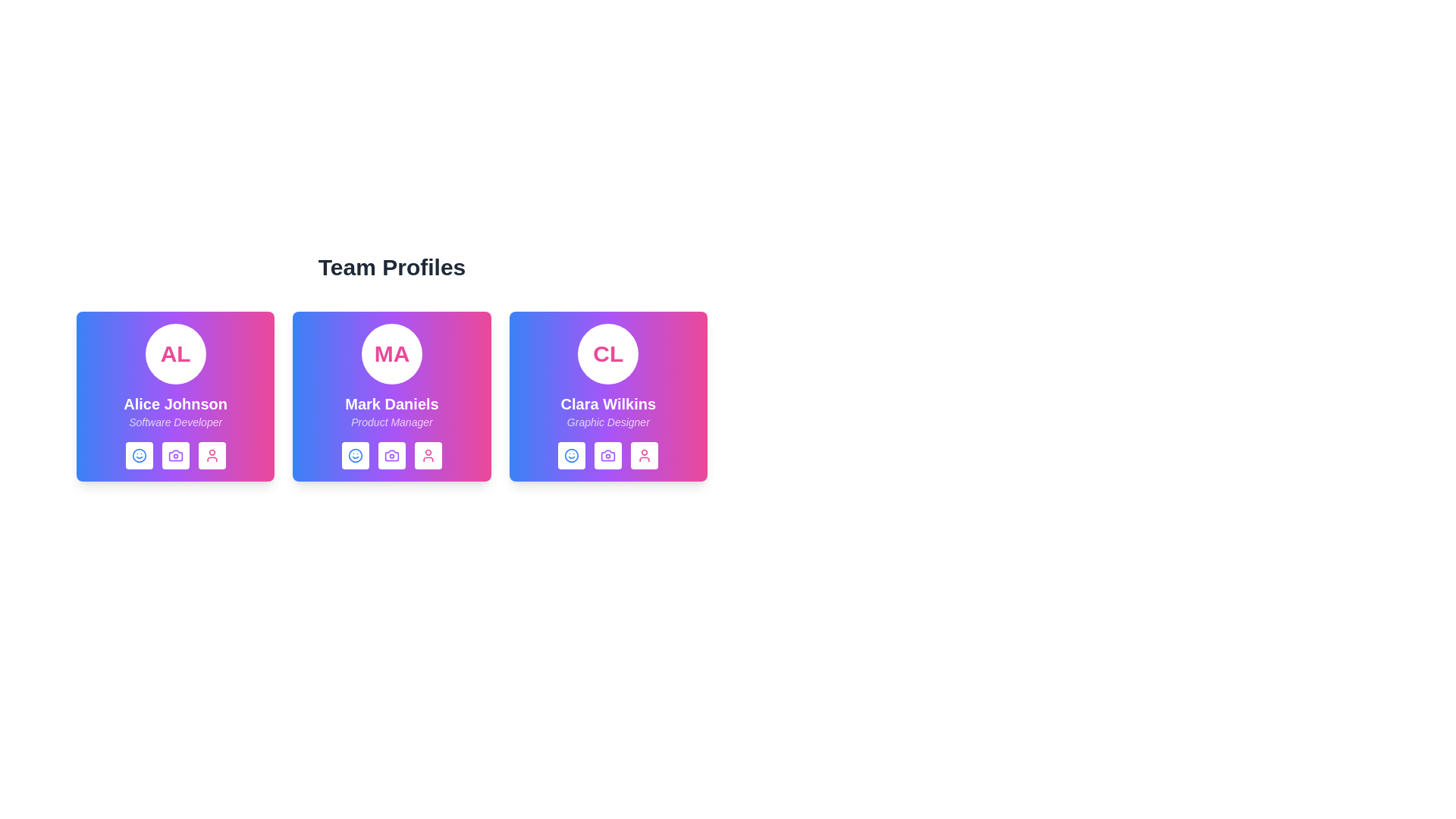 The height and width of the screenshot is (819, 1456). What do you see at coordinates (392, 455) in the screenshot?
I see `the camera icon embedded in the button component located at the bottom center of the profile card for Mark Daniels` at bounding box center [392, 455].